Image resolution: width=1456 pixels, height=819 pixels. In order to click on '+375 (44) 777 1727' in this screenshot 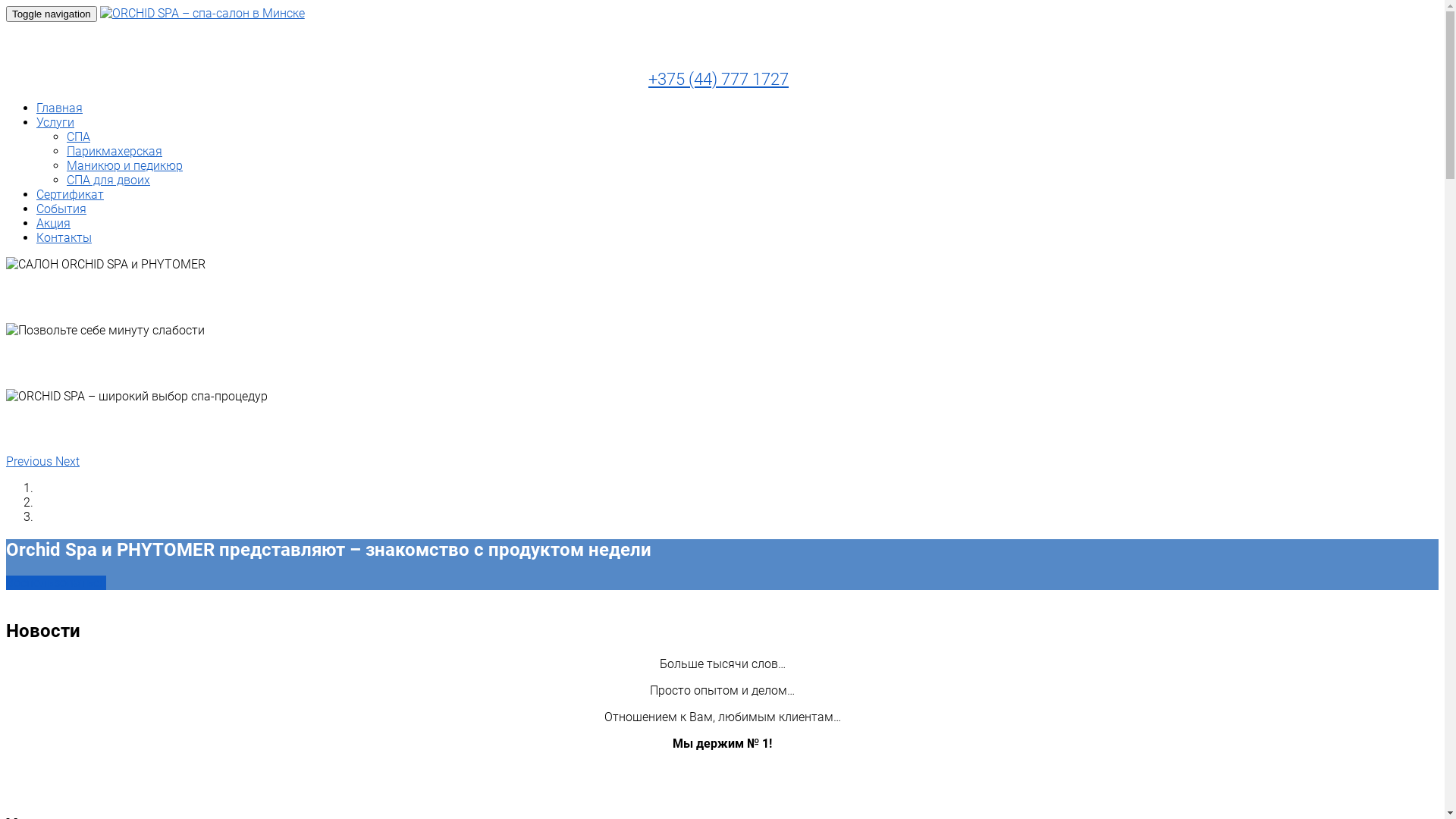, I will do `click(717, 79)`.